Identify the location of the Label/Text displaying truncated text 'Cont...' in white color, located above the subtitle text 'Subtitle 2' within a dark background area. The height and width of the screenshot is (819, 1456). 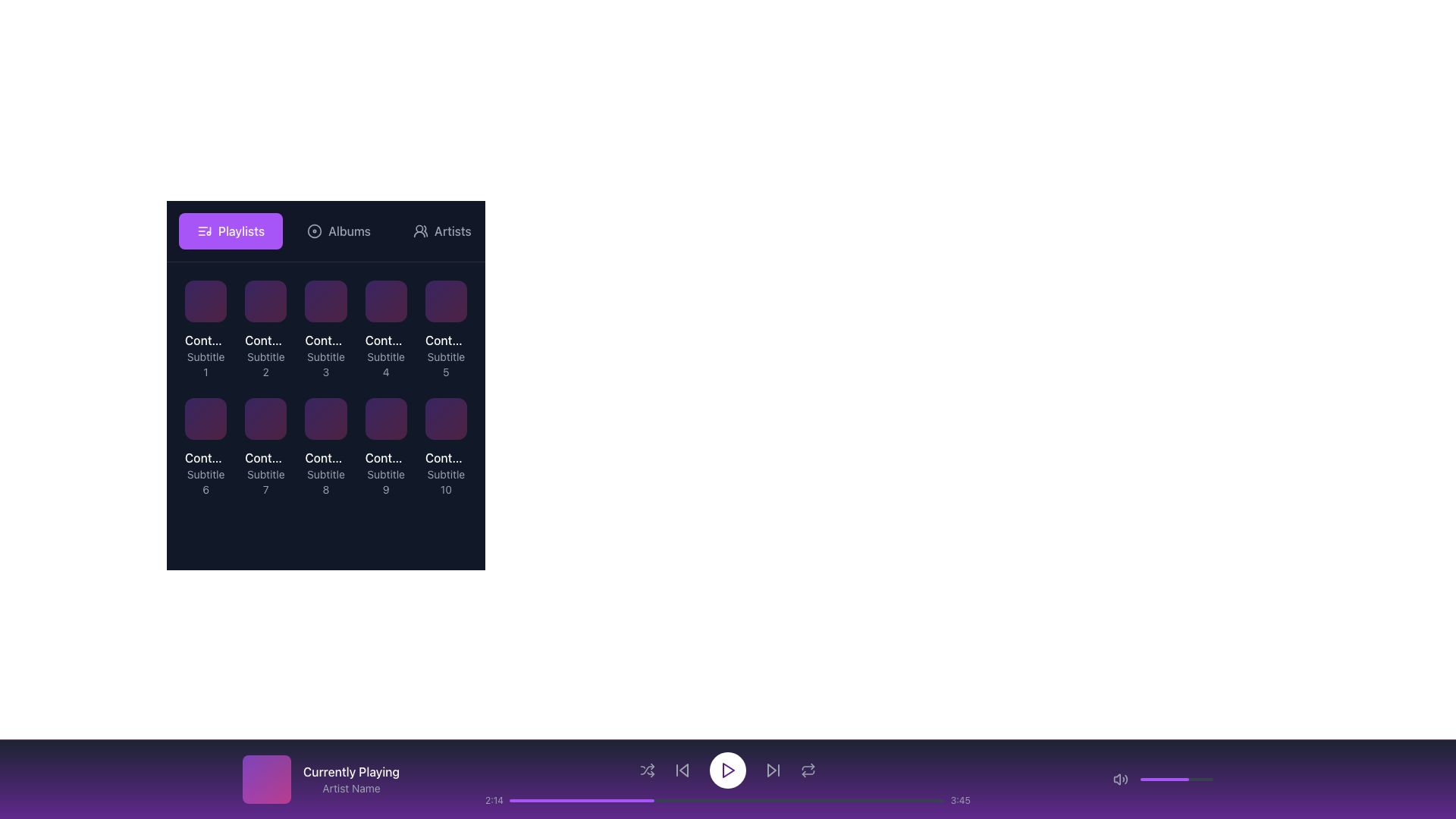
(265, 340).